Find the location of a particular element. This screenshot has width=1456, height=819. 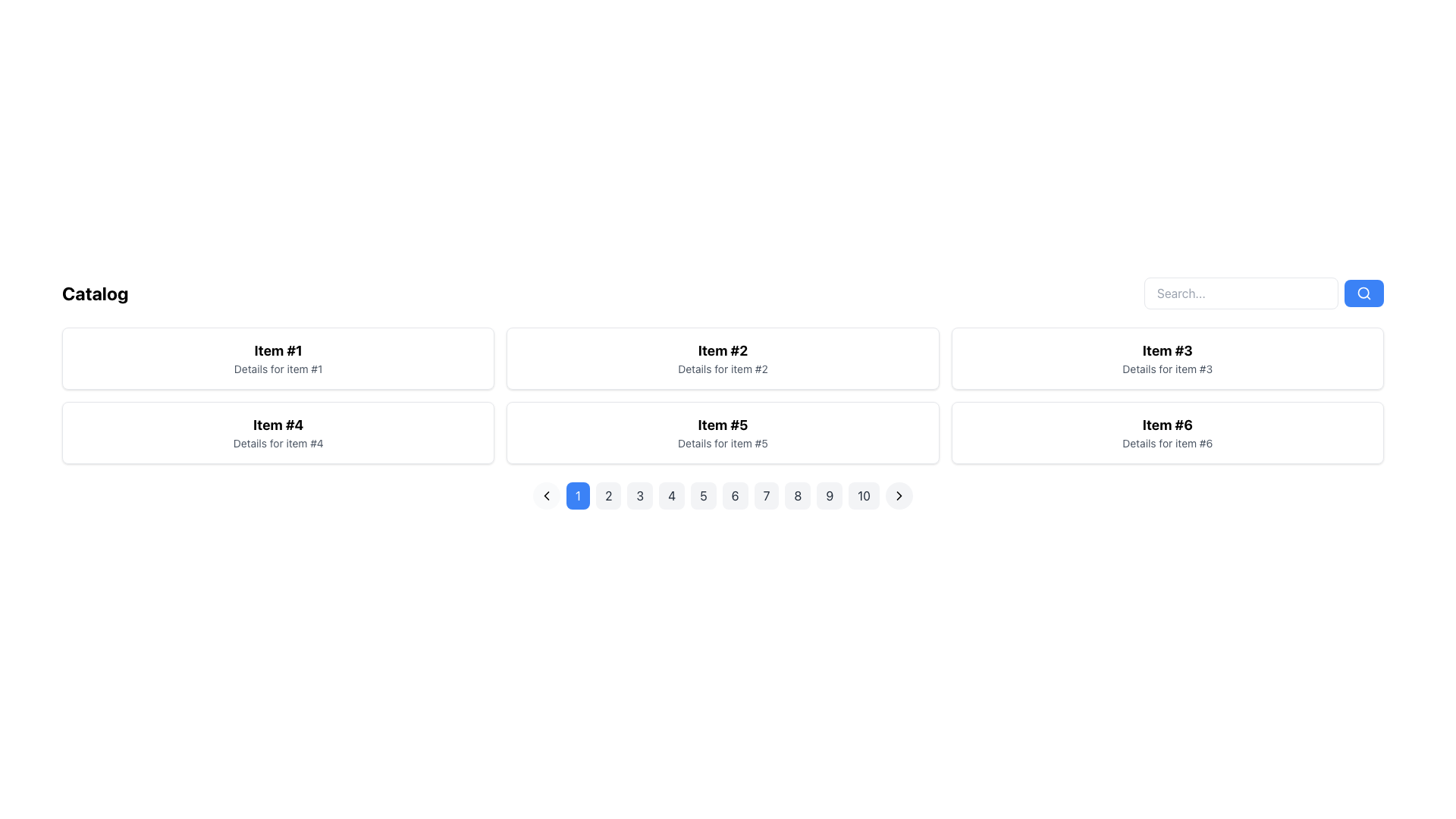

the interactive card labeled 'Item #5' which features a bold title and a smaller gray subtitle, located in the second position of the grid layout is located at coordinates (722, 432).